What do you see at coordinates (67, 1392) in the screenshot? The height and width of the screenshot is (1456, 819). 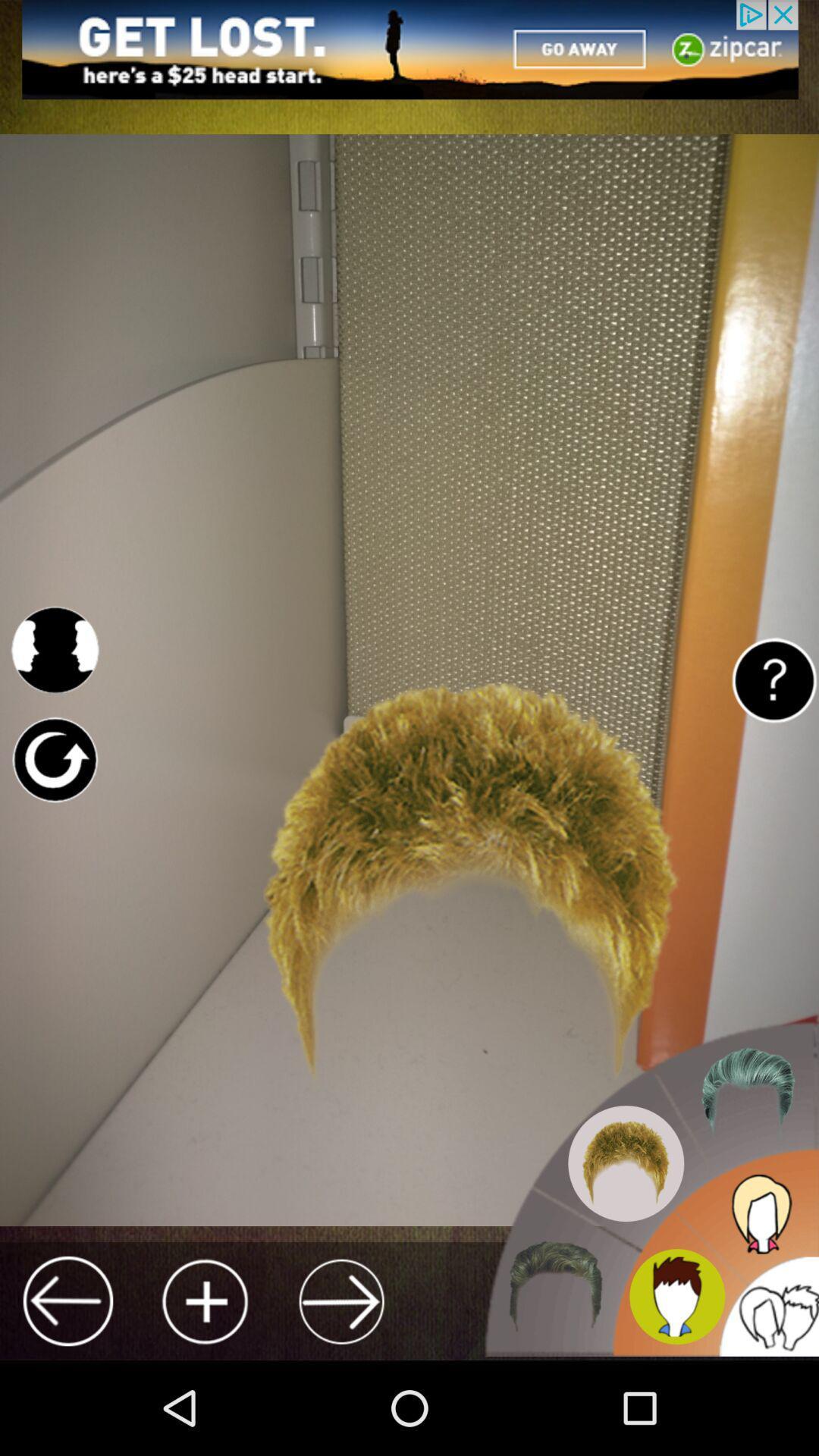 I see `the arrow_backward icon` at bounding box center [67, 1392].